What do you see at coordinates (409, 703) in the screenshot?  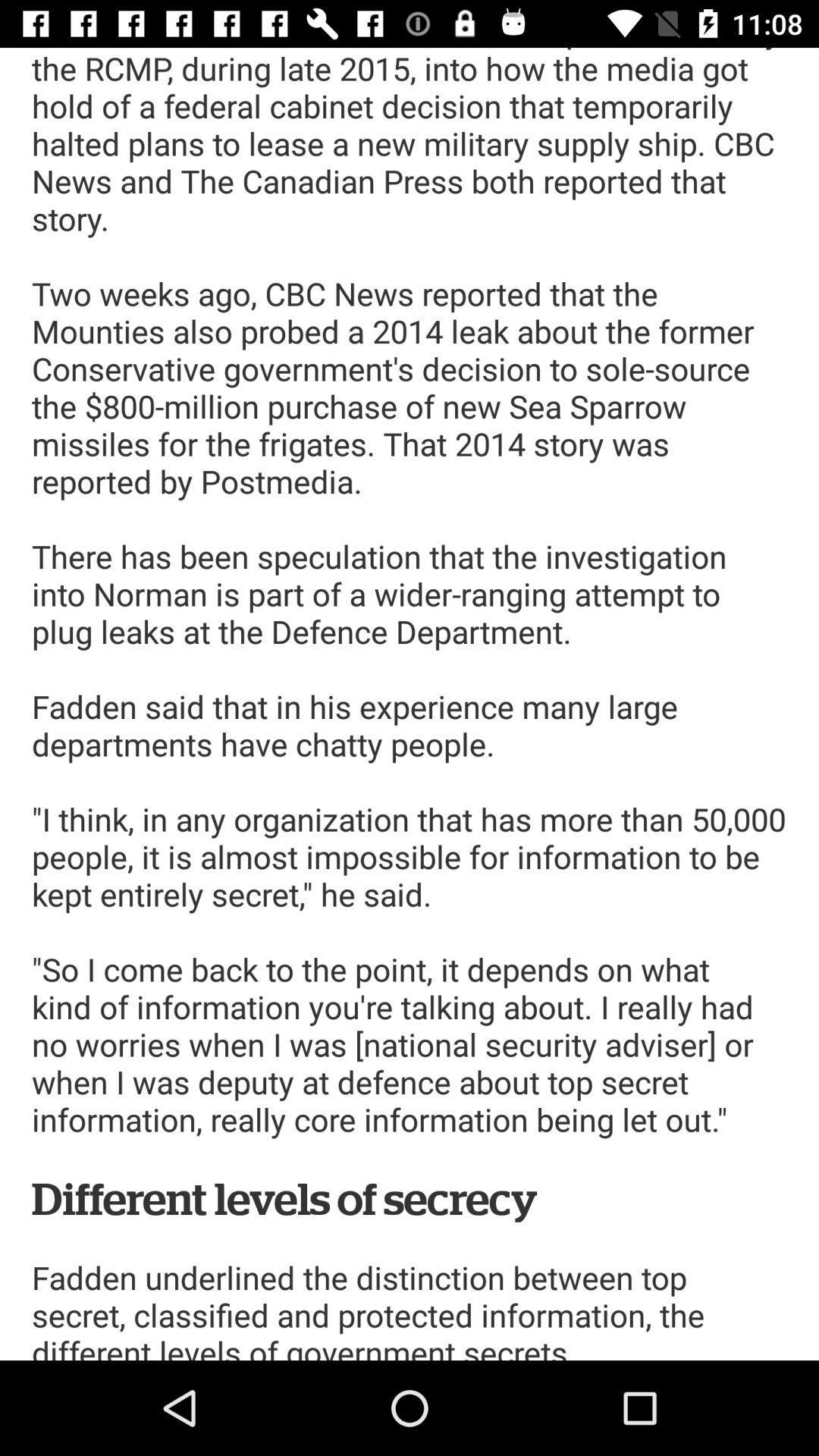 I see `i think that` at bounding box center [409, 703].